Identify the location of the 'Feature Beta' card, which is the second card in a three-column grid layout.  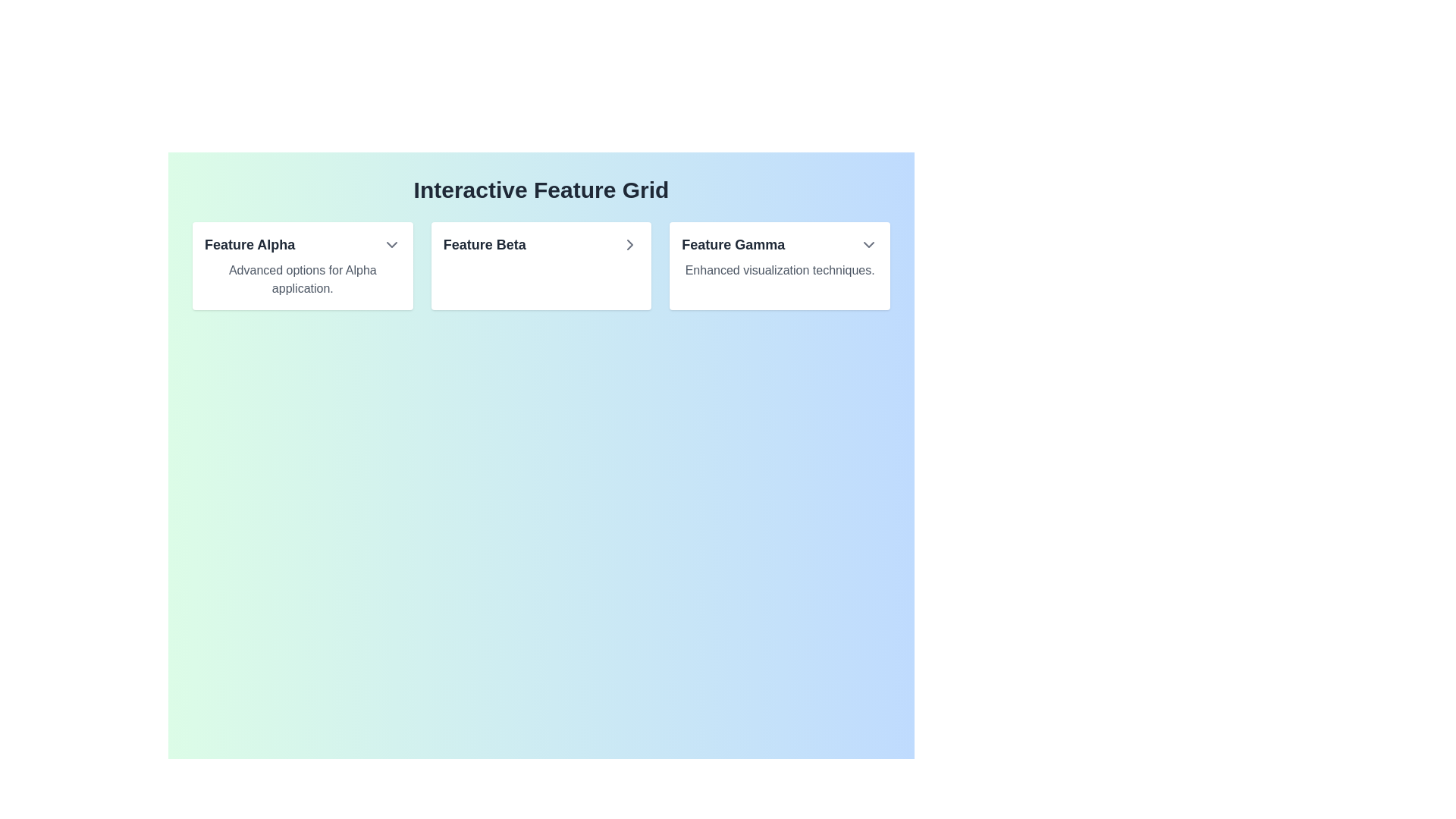
(541, 265).